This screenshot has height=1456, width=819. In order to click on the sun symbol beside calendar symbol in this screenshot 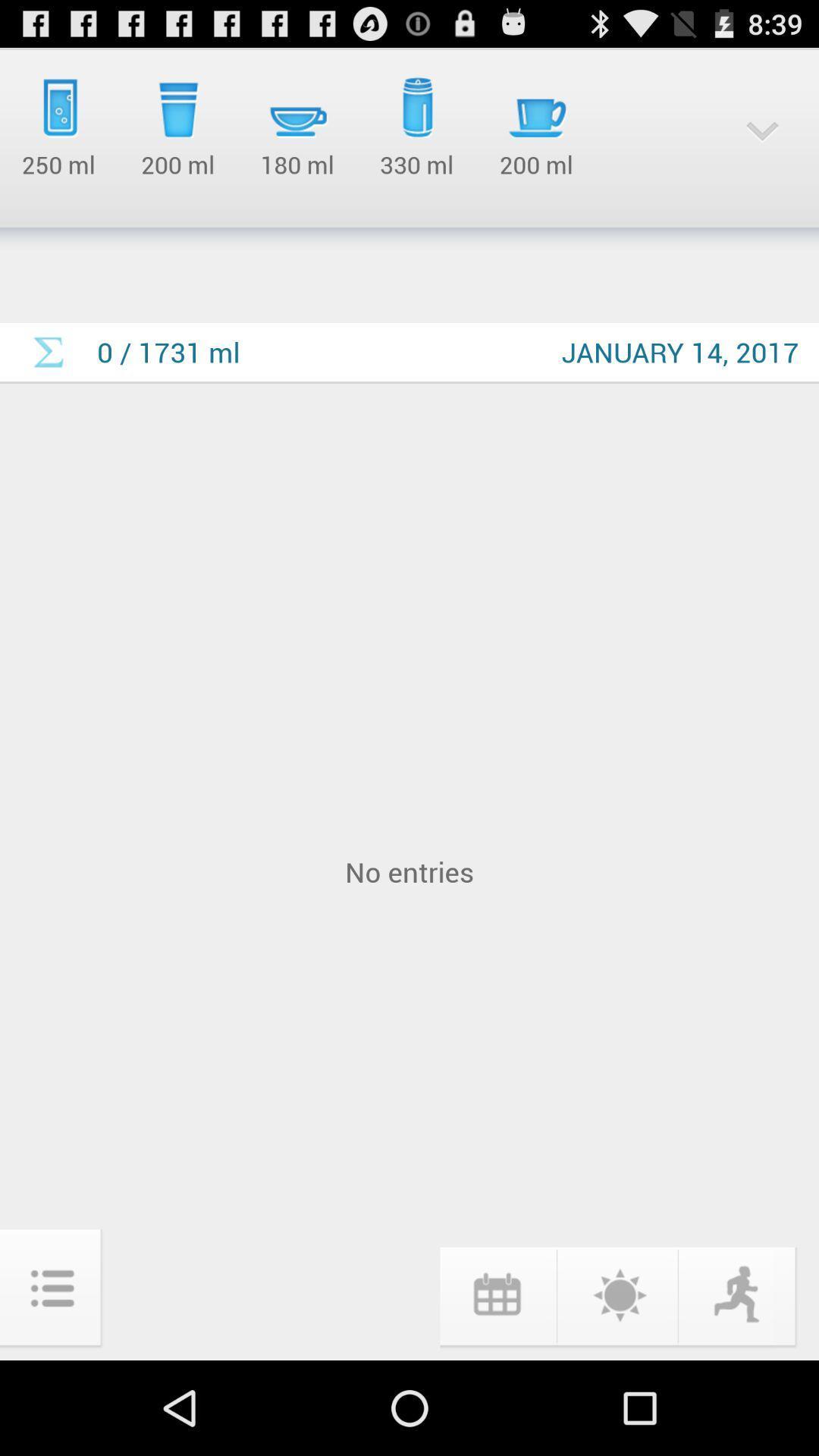, I will do `click(617, 1294)`.